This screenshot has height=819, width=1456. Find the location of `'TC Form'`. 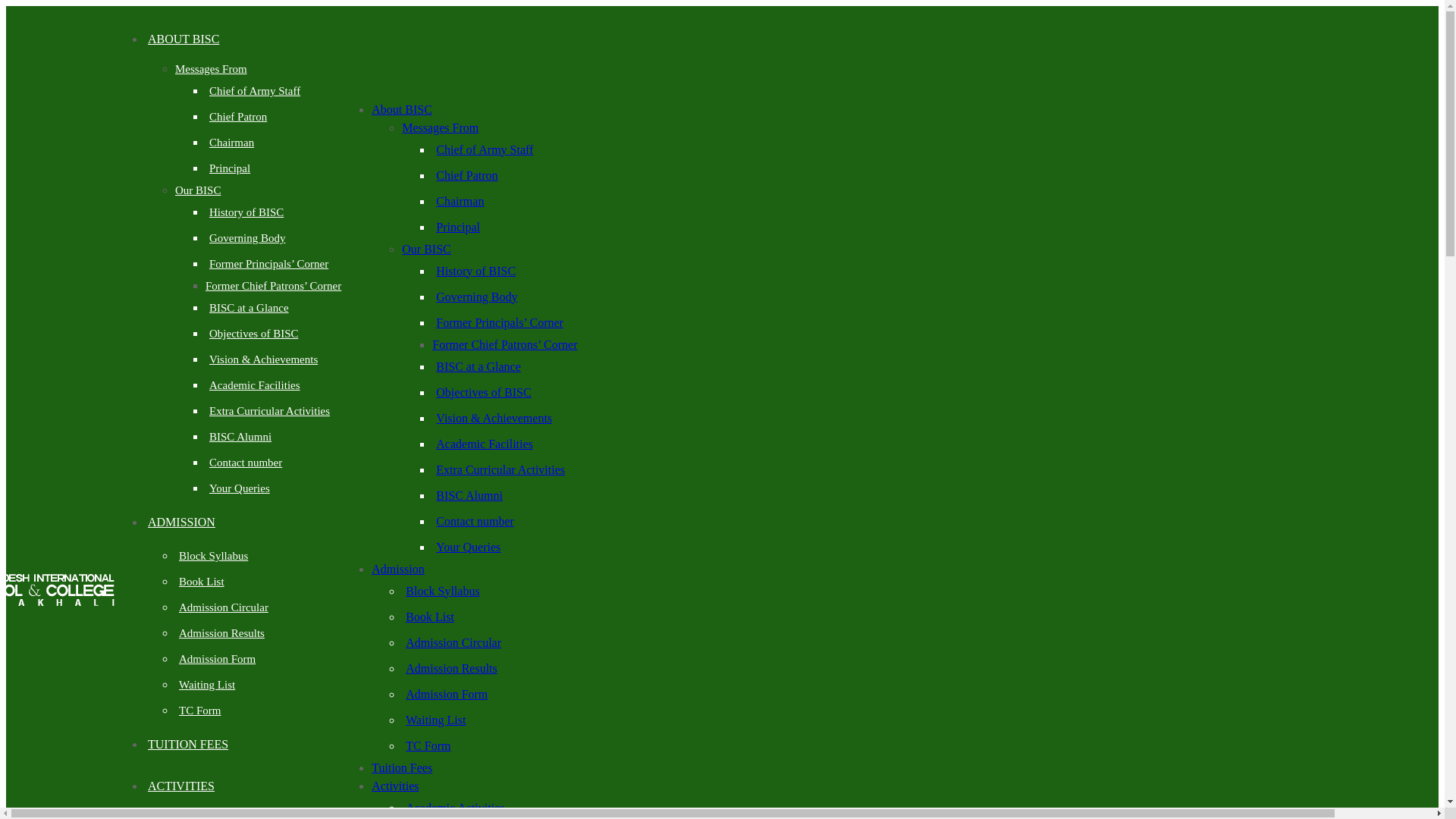

'TC Form' is located at coordinates (199, 711).